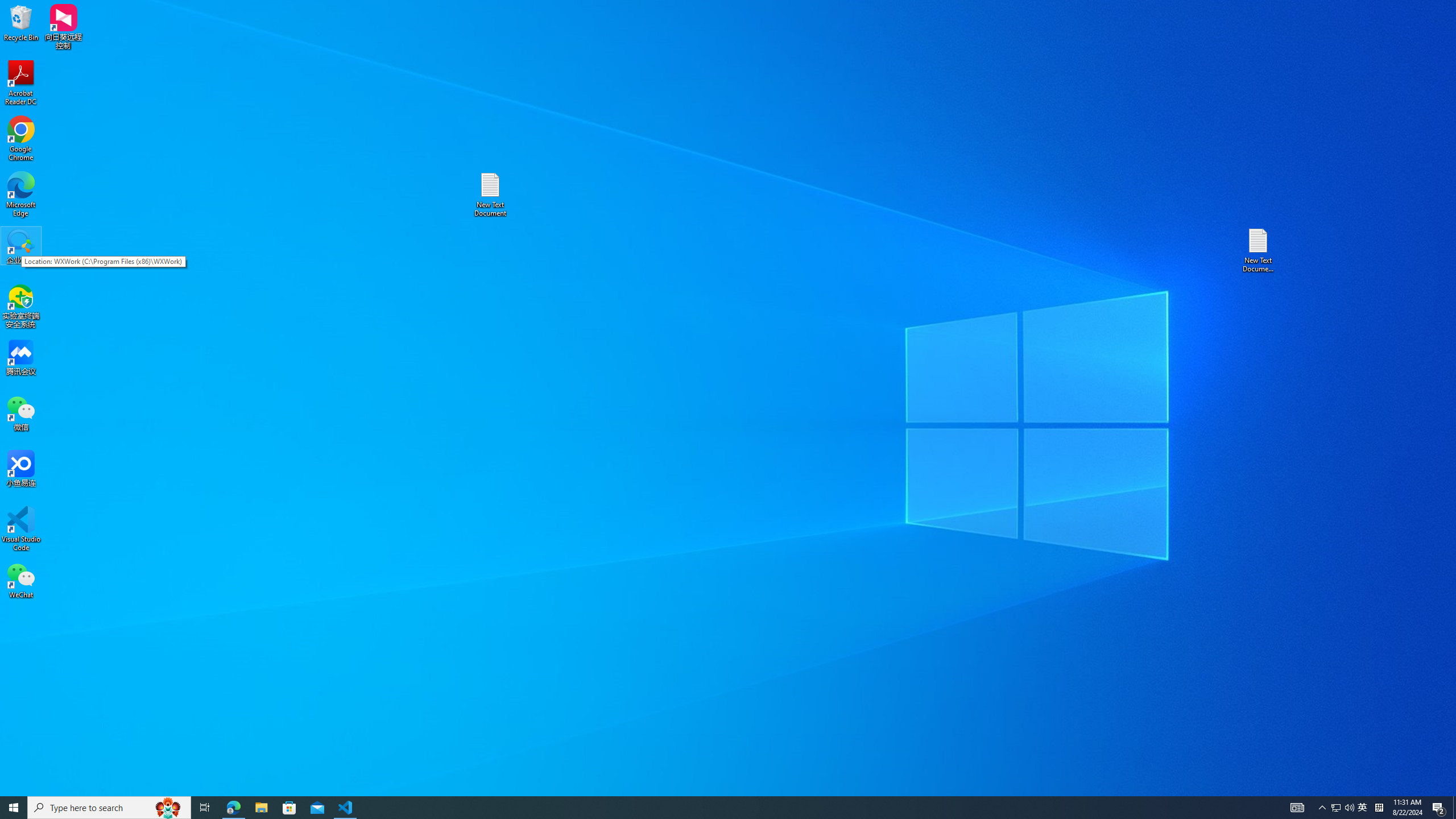 The height and width of the screenshot is (819, 1456). What do you see at coordinates (20, 528) in the screenshot?
I see `'Visual Studio Code'` at bounding box center [20, 528].